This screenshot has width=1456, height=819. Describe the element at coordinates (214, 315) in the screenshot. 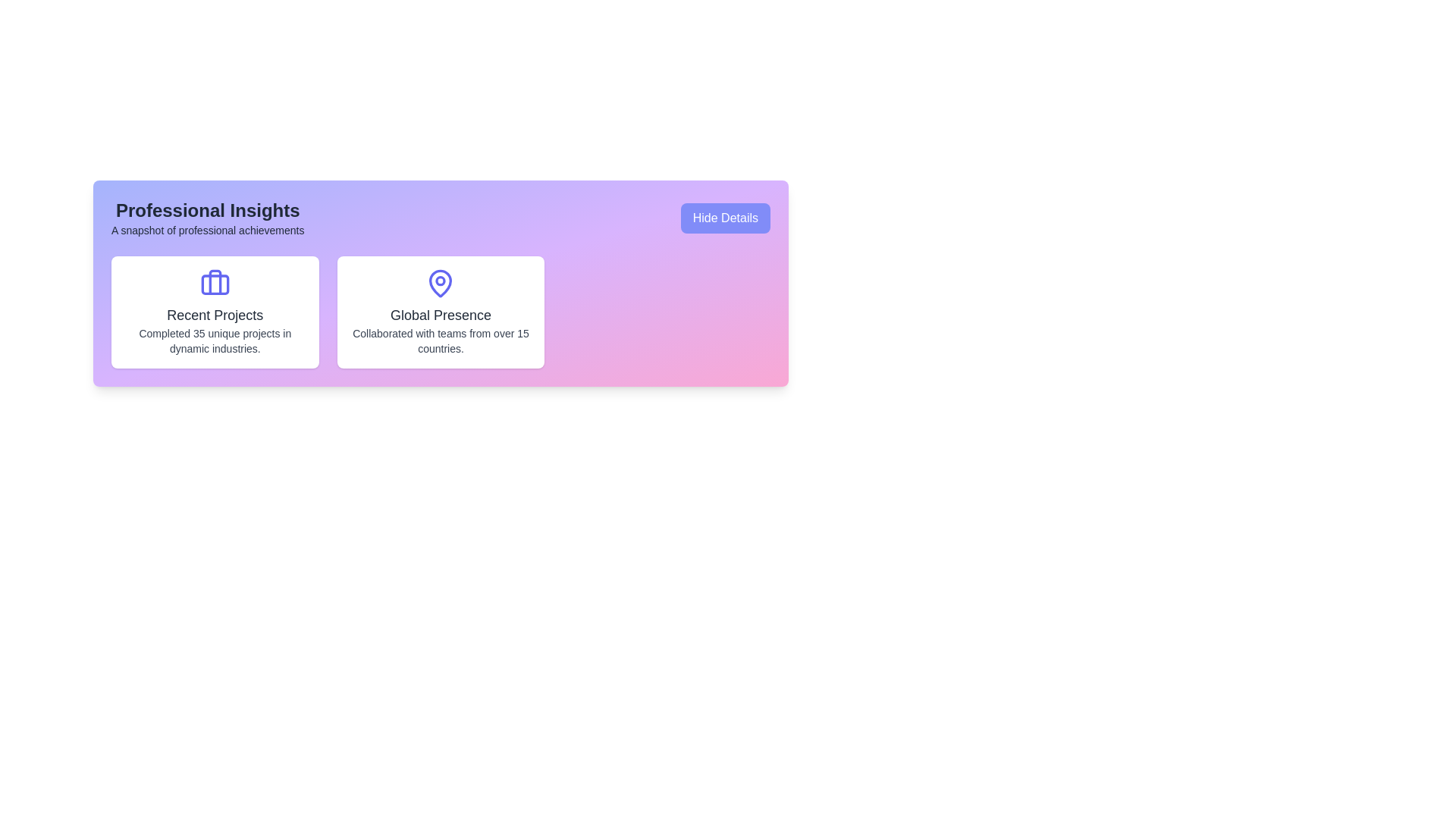

I see `text element that serves as a headline for recent projects, centrally positioned above the description text and below a briefcase icon` at that location.